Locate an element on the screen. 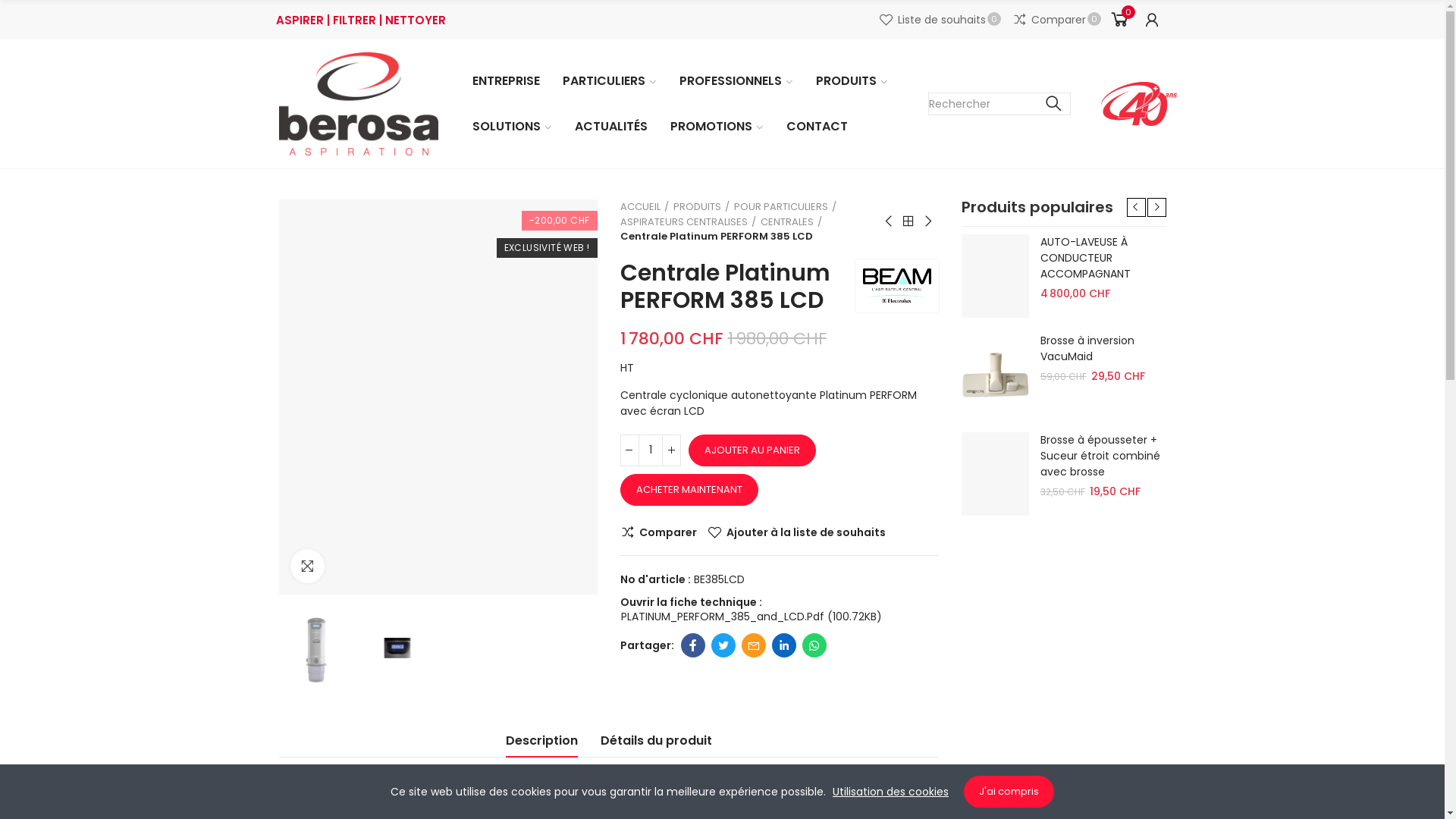  'PARTICULIERS' is located at coordinates (608, 81).